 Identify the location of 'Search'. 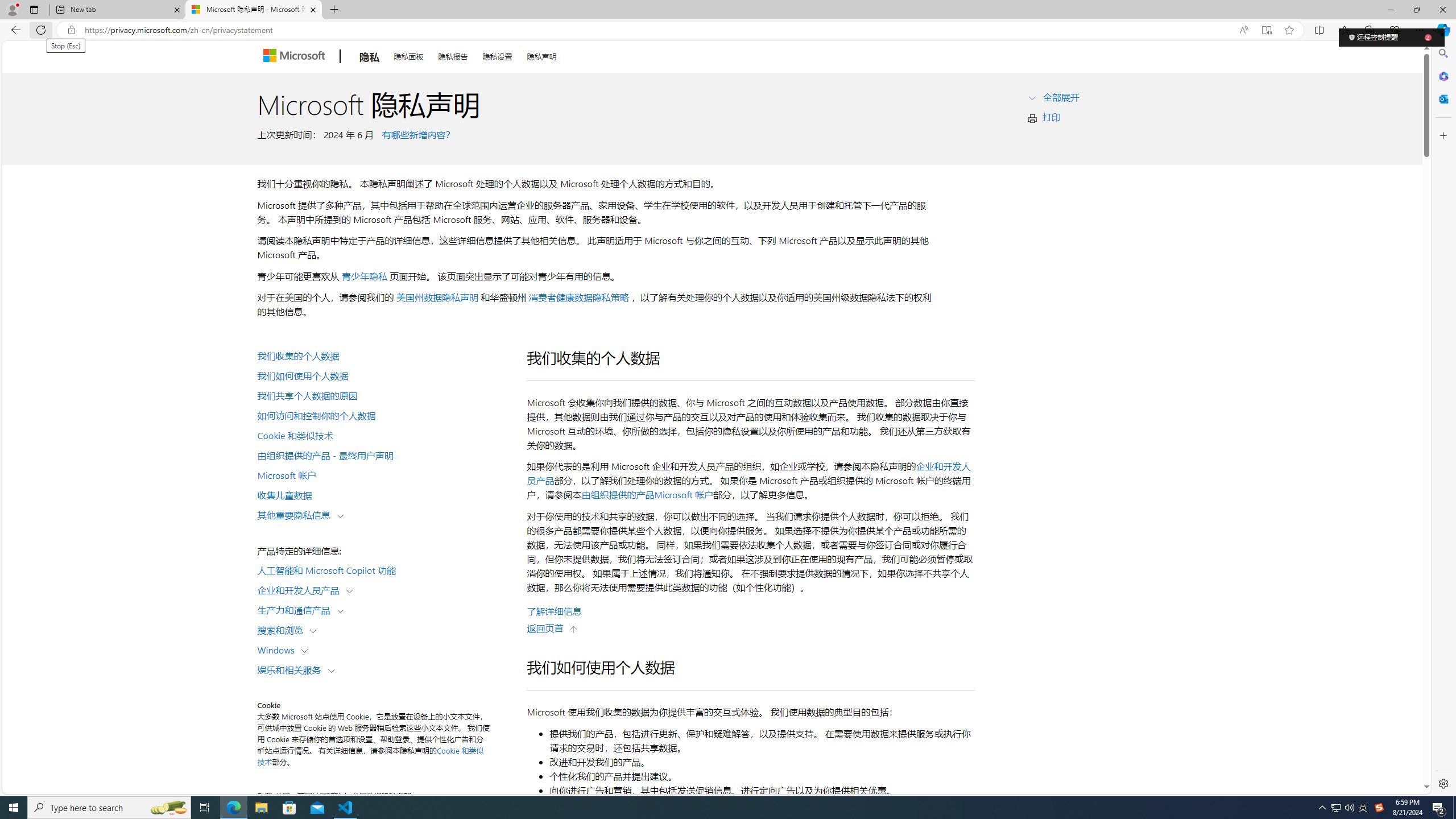
(1442, 53).